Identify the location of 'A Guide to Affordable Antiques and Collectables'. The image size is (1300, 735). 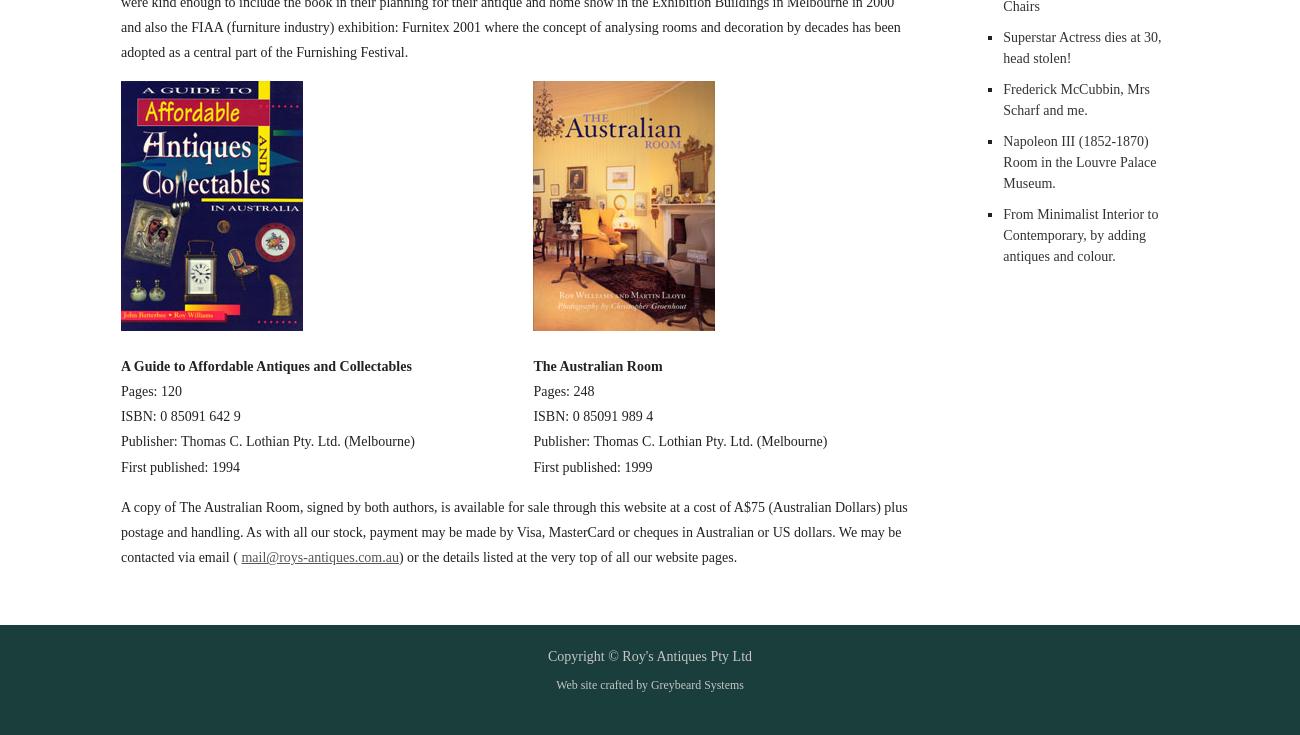
(264, 364).